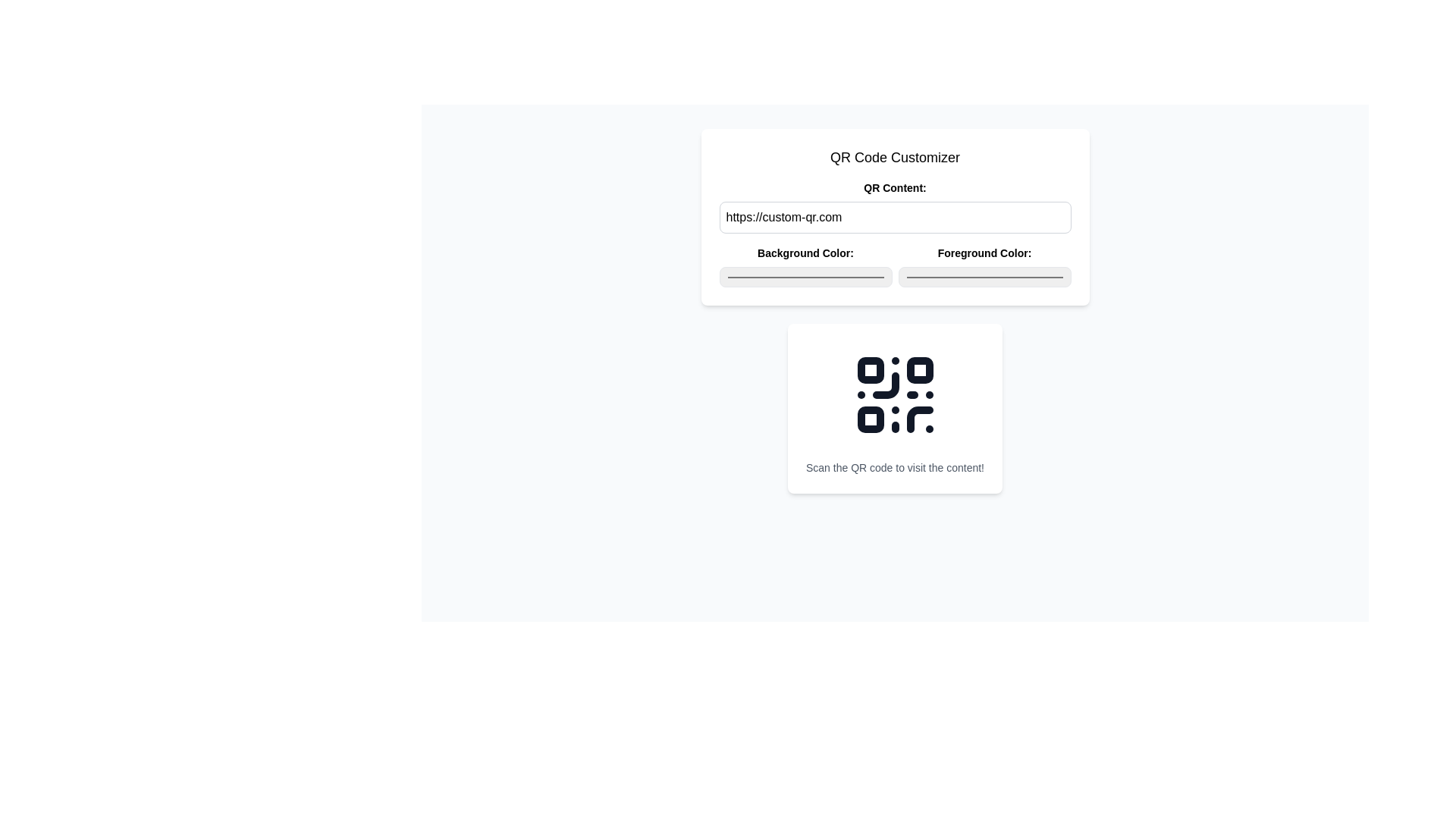 The height and width of the screenshot is (819, 1456). What do you see at coordinates (1051, 277) in the screenshot?
I see `the foreground color value by sliding` at bounding box center [1051, 277].